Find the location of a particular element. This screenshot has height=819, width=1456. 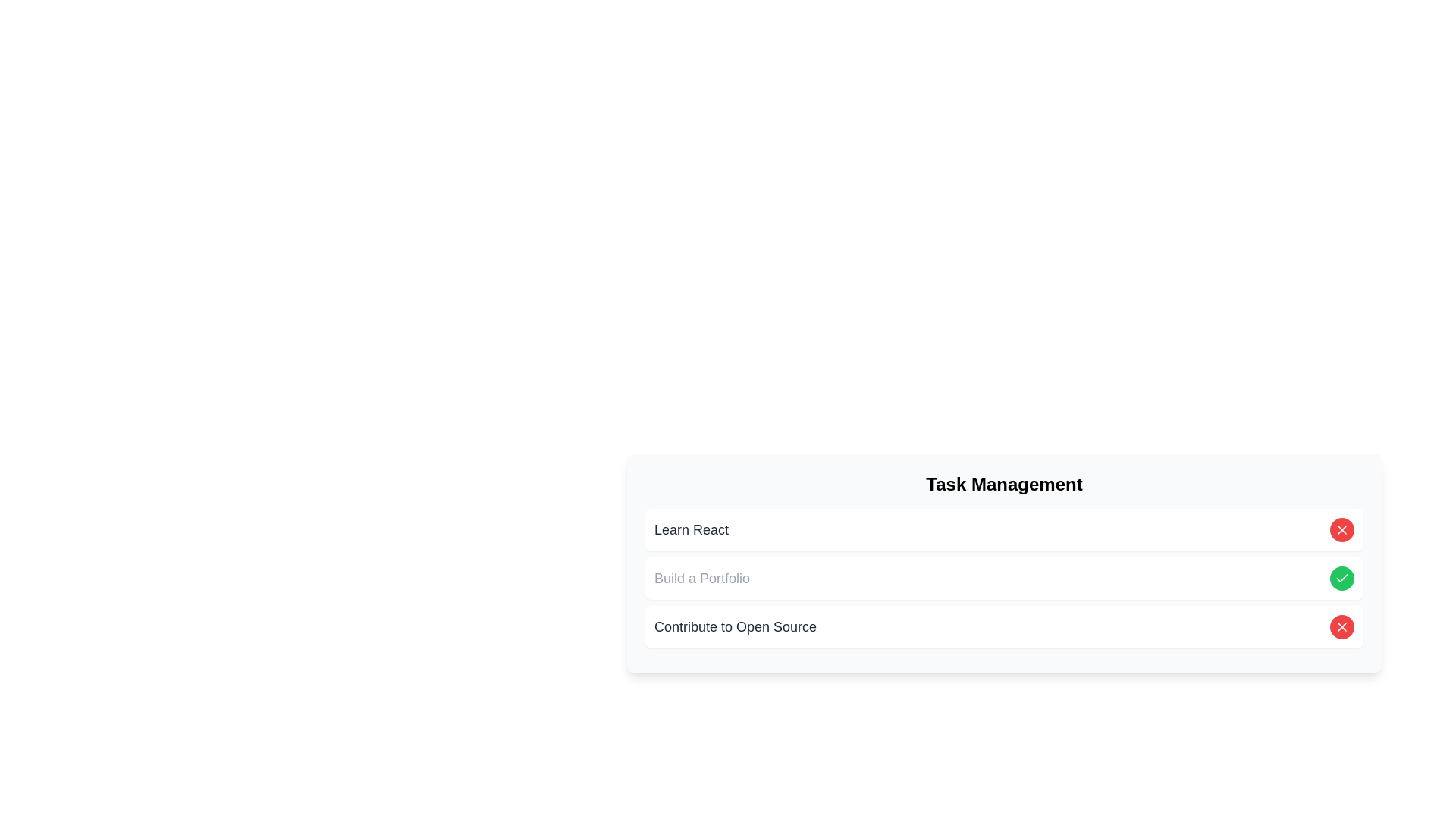

the 'Learn React' text label, which is the first item in the task management list and aligns to the left within its card component is located at coordinates (691, 529).